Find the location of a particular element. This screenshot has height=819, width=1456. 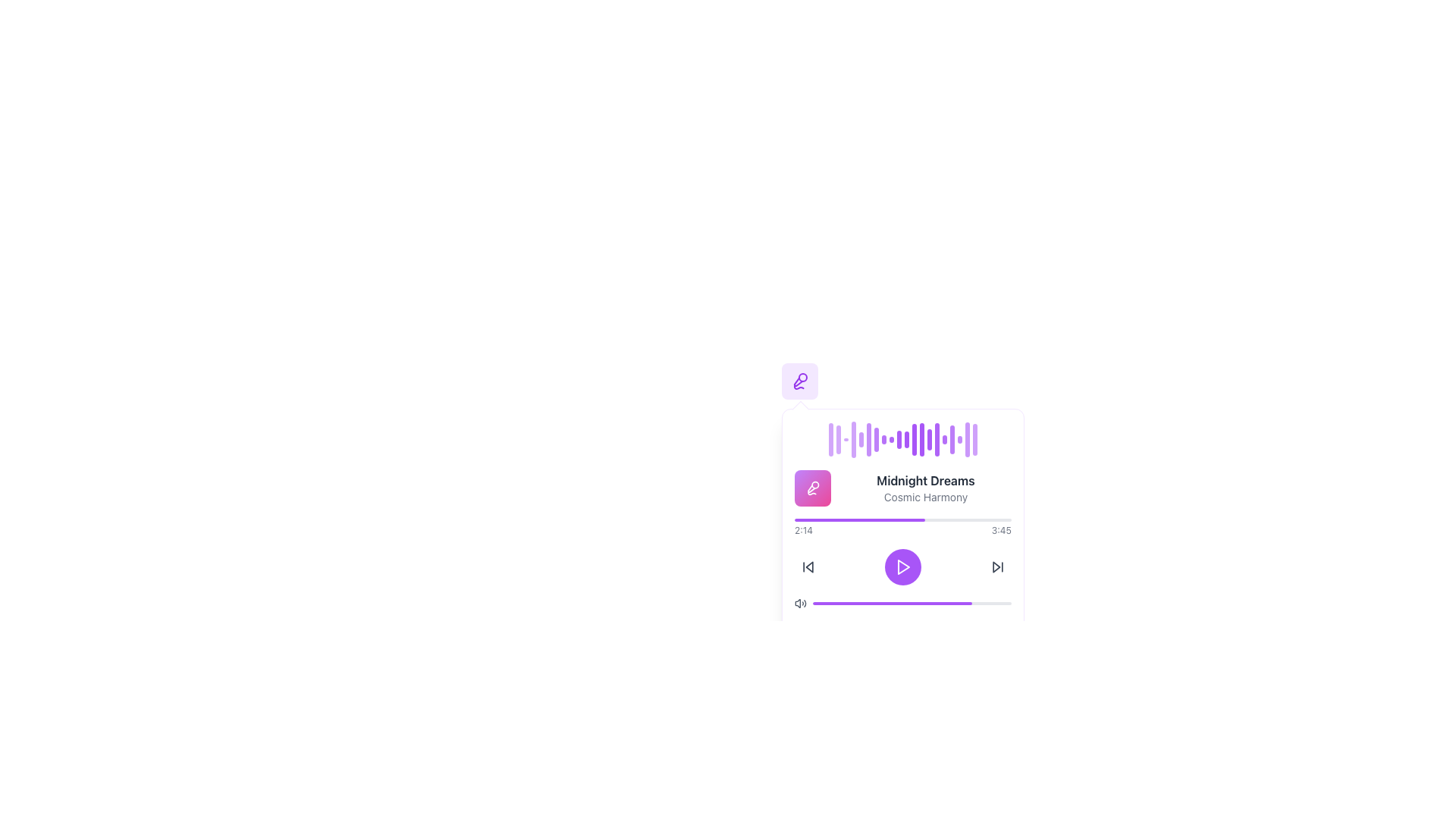

the play button located at the center of a circular purple button in the media player interface to provide visual feedback is located at coordinates (902, 567).